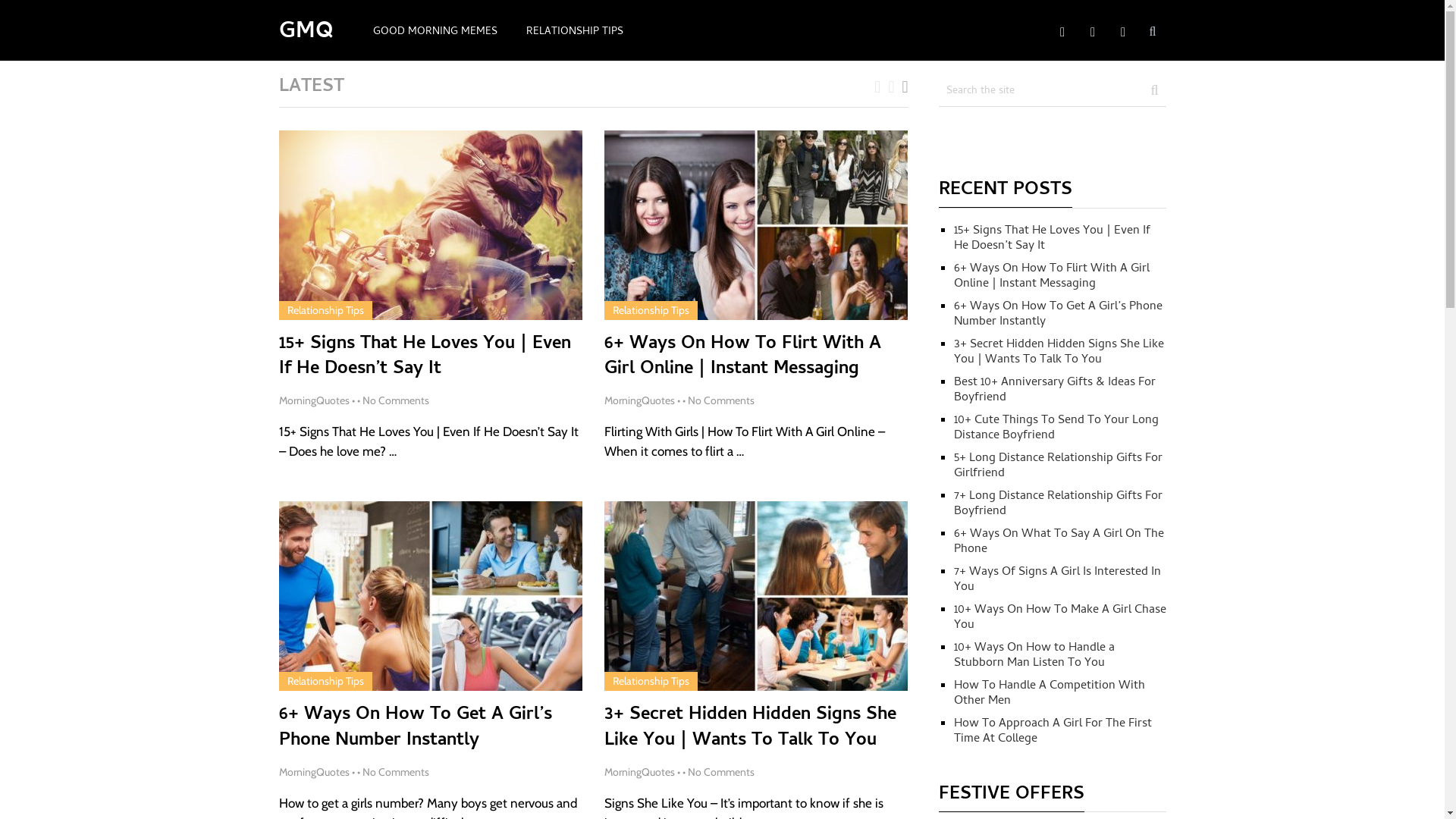 The width and height of the screenshot is (1456, 819). Describe the element at coordinates (287, 680) in the screenshot. I see `'Relationship Tips'` at that location.